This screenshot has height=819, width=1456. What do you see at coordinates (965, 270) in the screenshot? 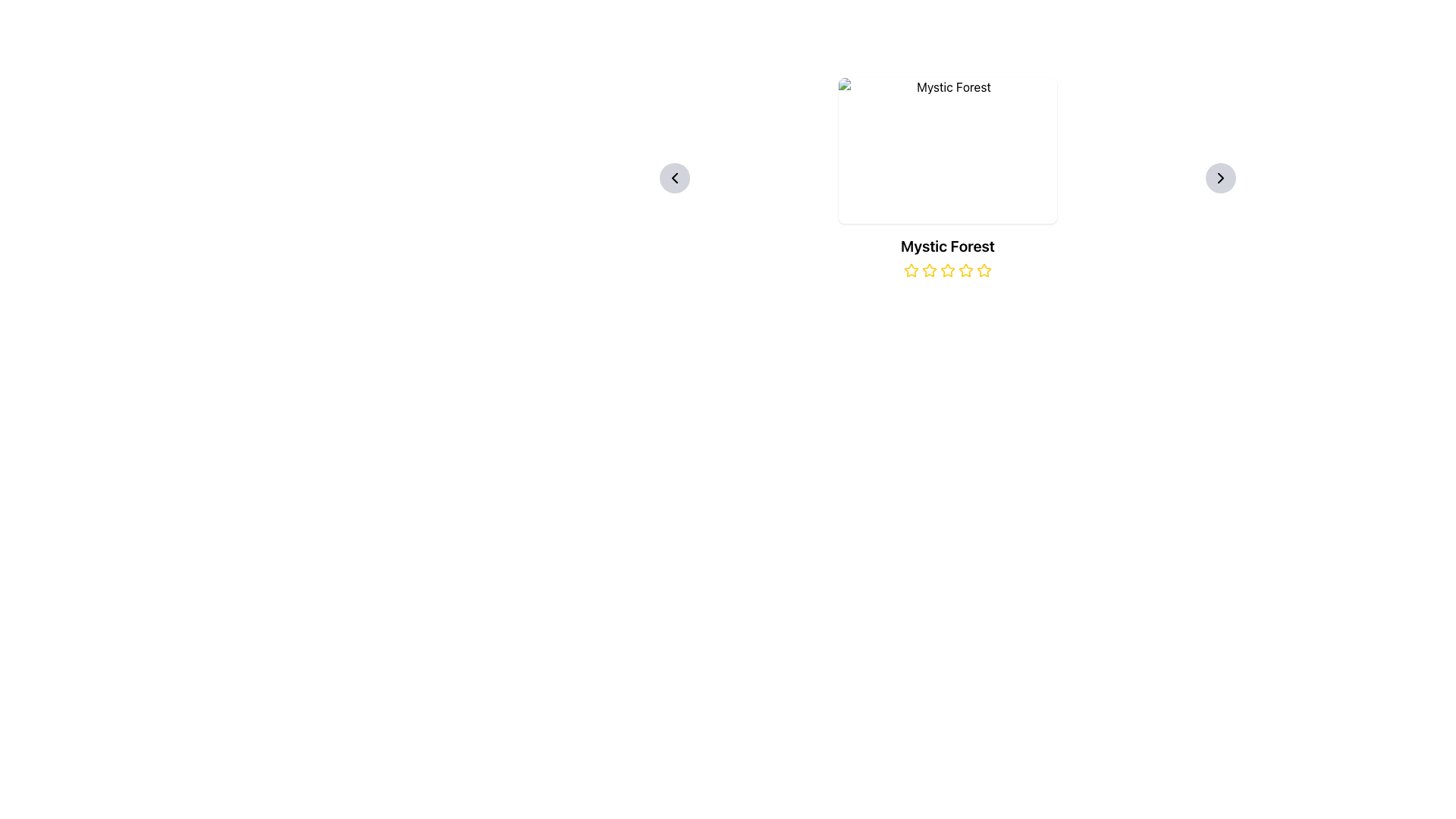
I see `the fourth star icon with a yellow border under the 'Mystic Forest' label` at bounding box center [965, 270].